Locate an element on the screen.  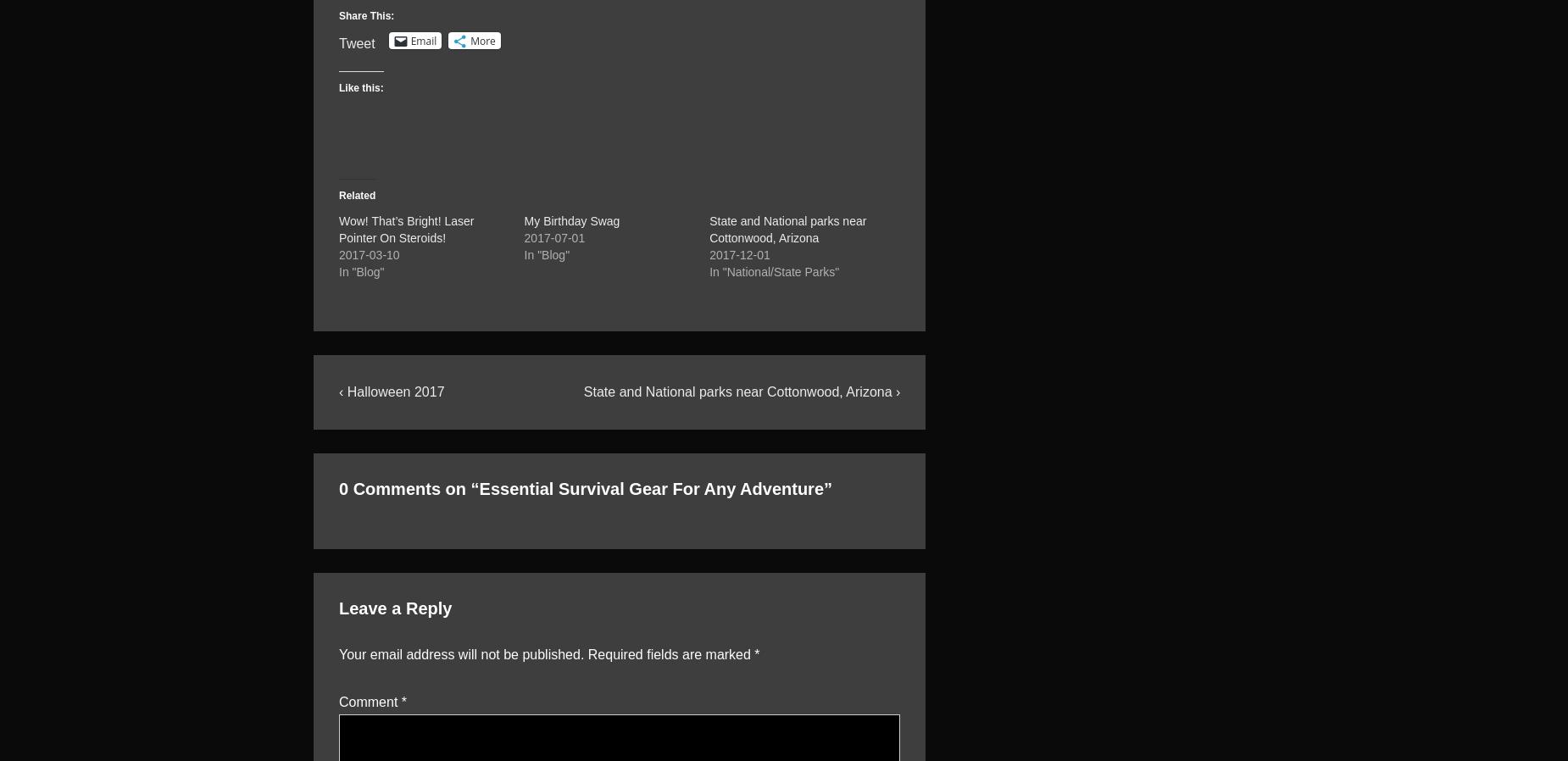
'Comment' is located at coordinates (369, 701).